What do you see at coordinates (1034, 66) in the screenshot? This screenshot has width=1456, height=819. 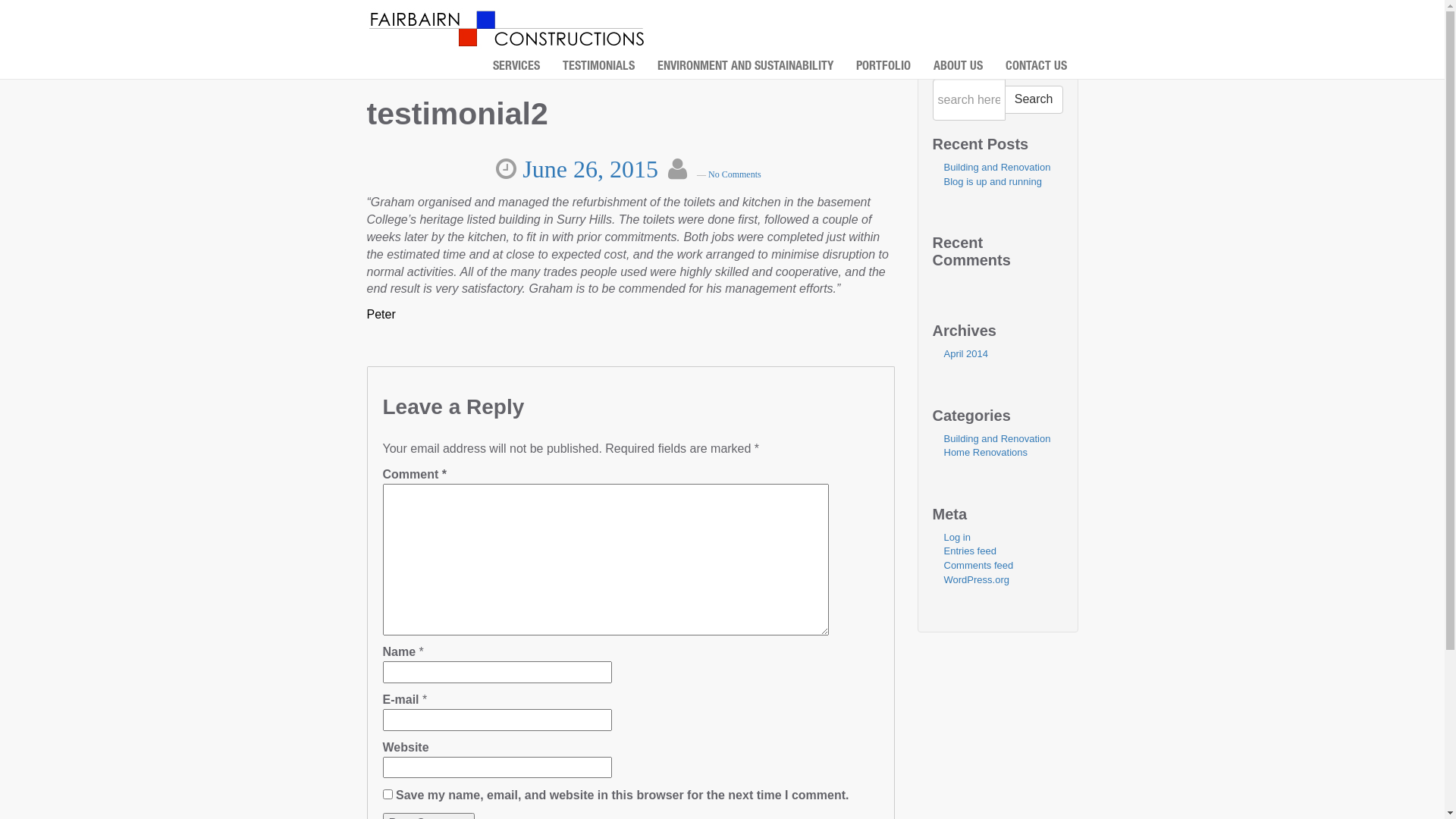 I see `'CONTACT US'` at bounding box center [1034, 66].